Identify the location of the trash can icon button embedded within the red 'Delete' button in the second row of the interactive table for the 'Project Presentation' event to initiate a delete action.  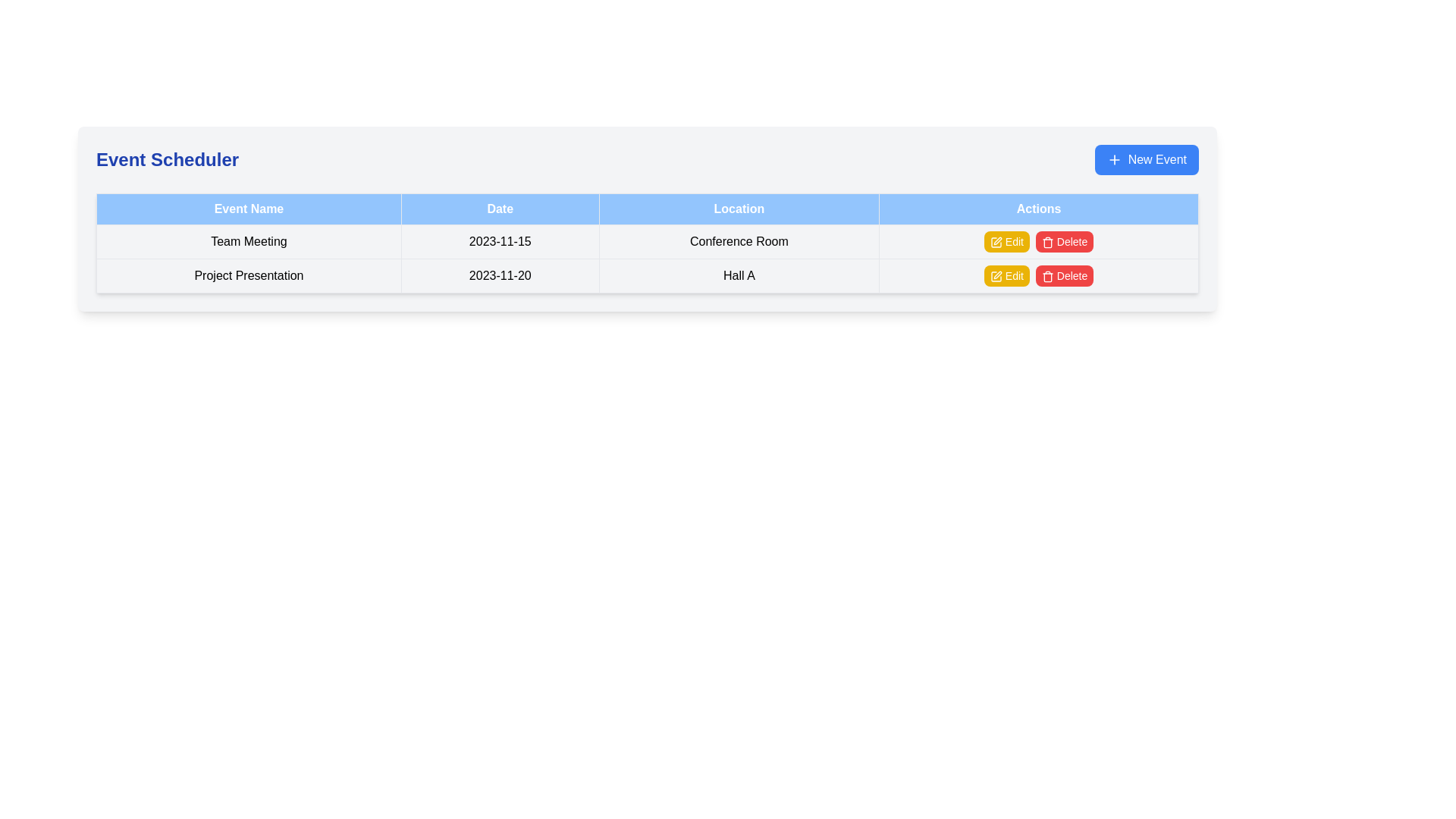
(1047, 242).